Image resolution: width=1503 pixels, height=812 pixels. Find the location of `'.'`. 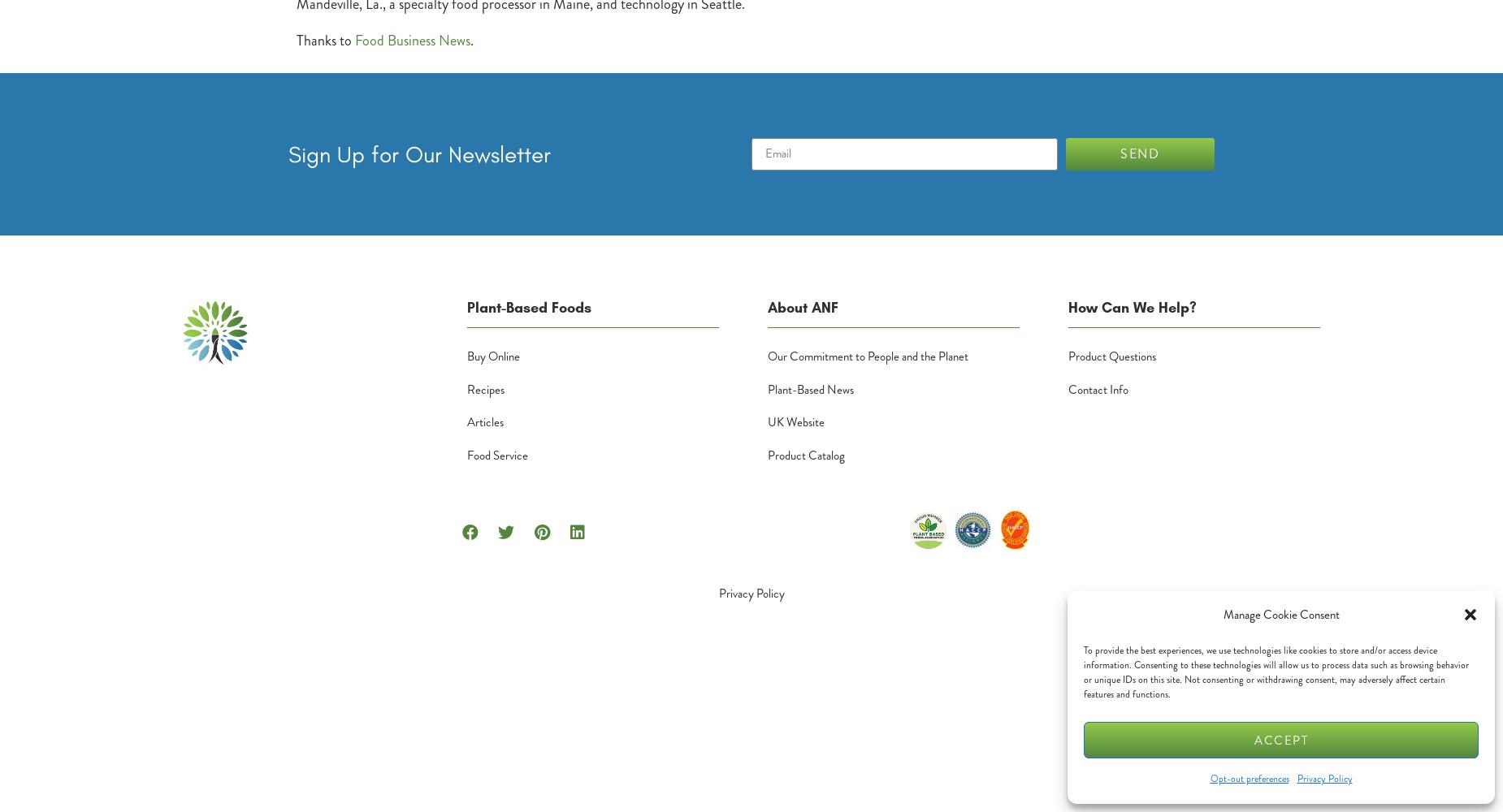

'.' is located at coordinates (470, 40).